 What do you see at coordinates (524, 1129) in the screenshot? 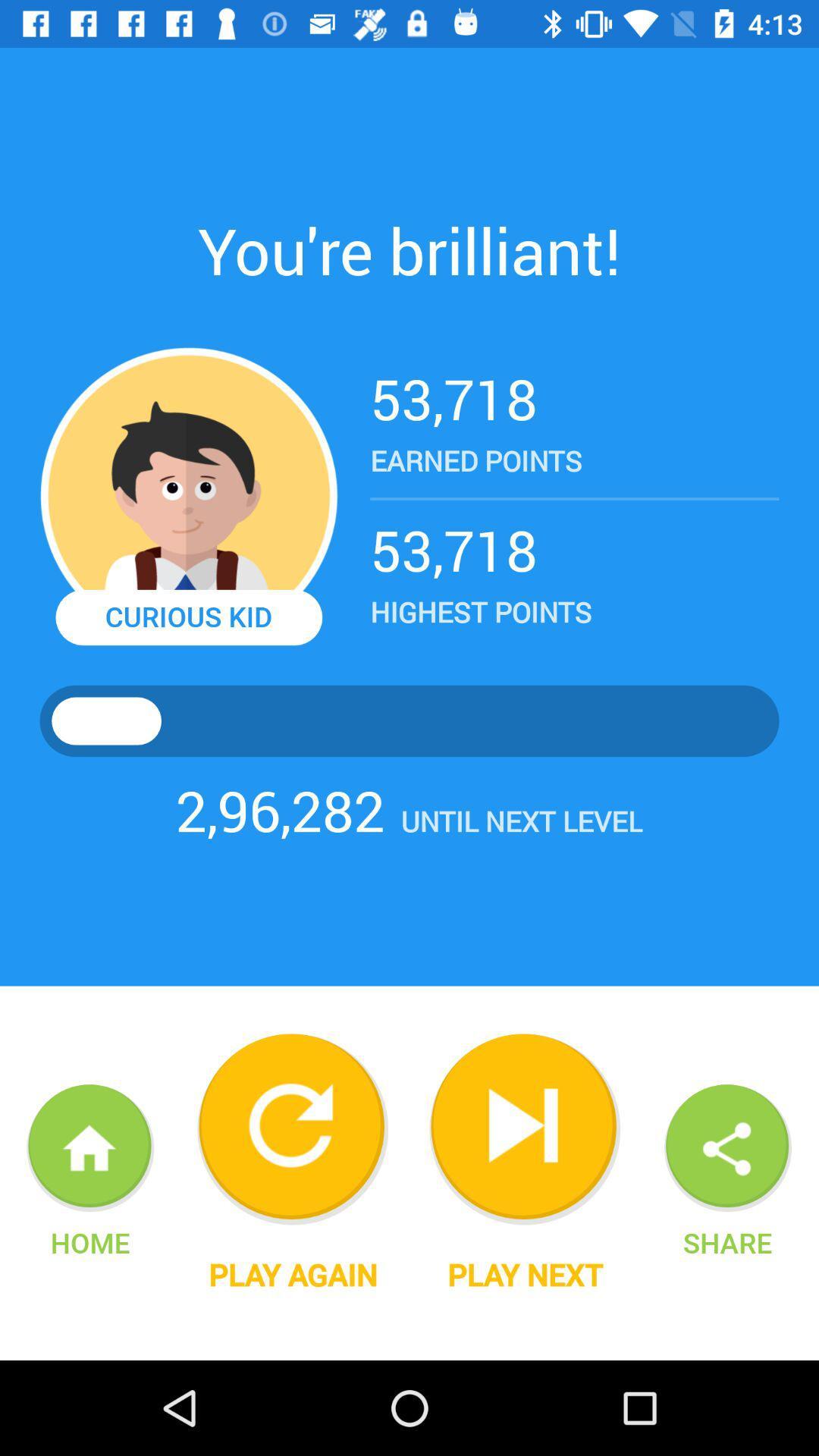
I see `next button` at bounding box center [524, 1129].